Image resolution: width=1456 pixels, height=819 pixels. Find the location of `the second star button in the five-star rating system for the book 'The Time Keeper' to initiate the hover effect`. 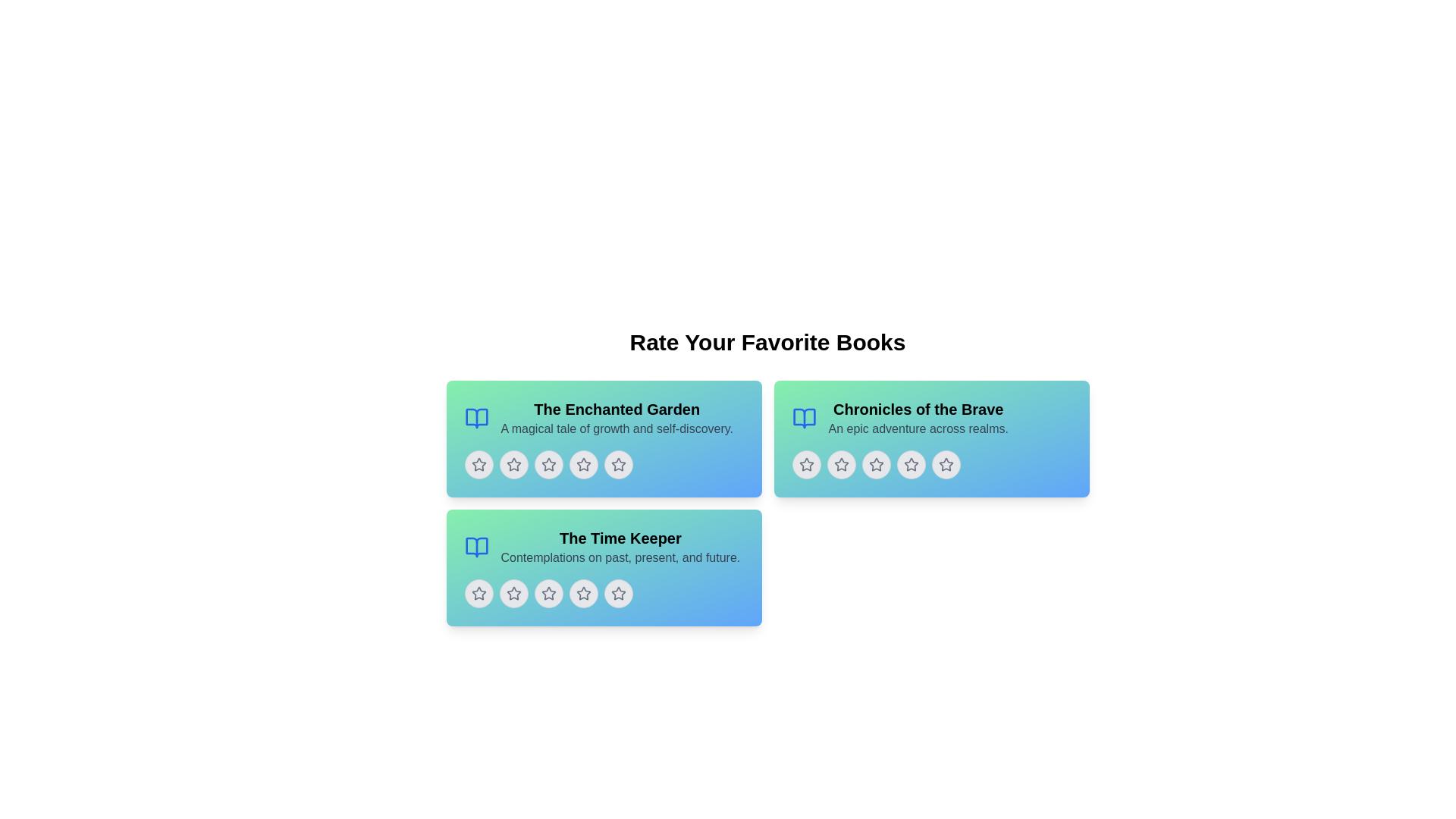

the second star button in the five-star rating system for the book 'The Time Keeper' to initiate the hover effect is located at coordinates (513, 593).